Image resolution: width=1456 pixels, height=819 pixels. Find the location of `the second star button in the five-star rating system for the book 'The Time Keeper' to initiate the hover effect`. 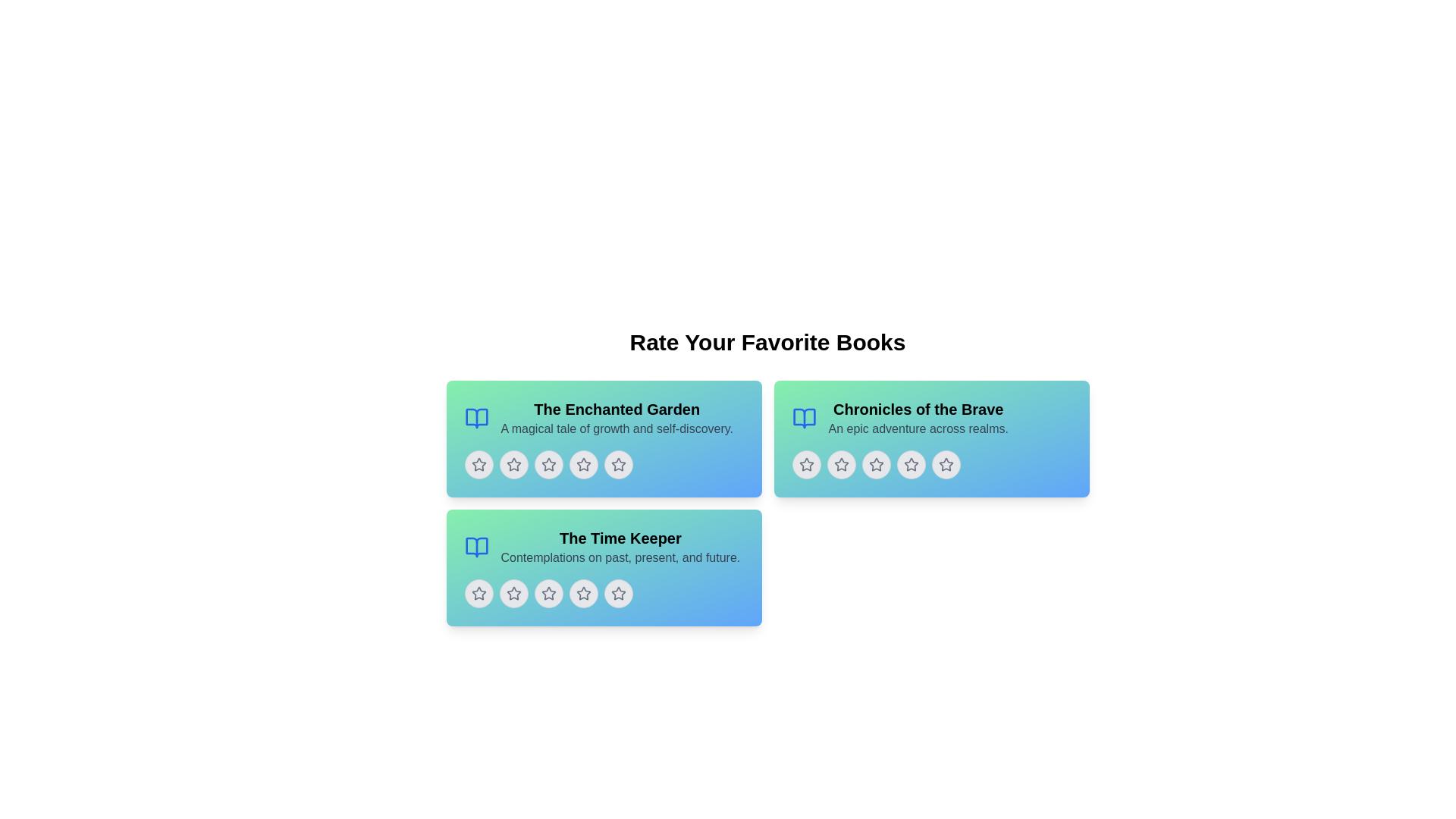

the second star button in the five-star rating system for the book 'The Time Keeper' to initiate the hover effect is located at coordinates (513, 593).